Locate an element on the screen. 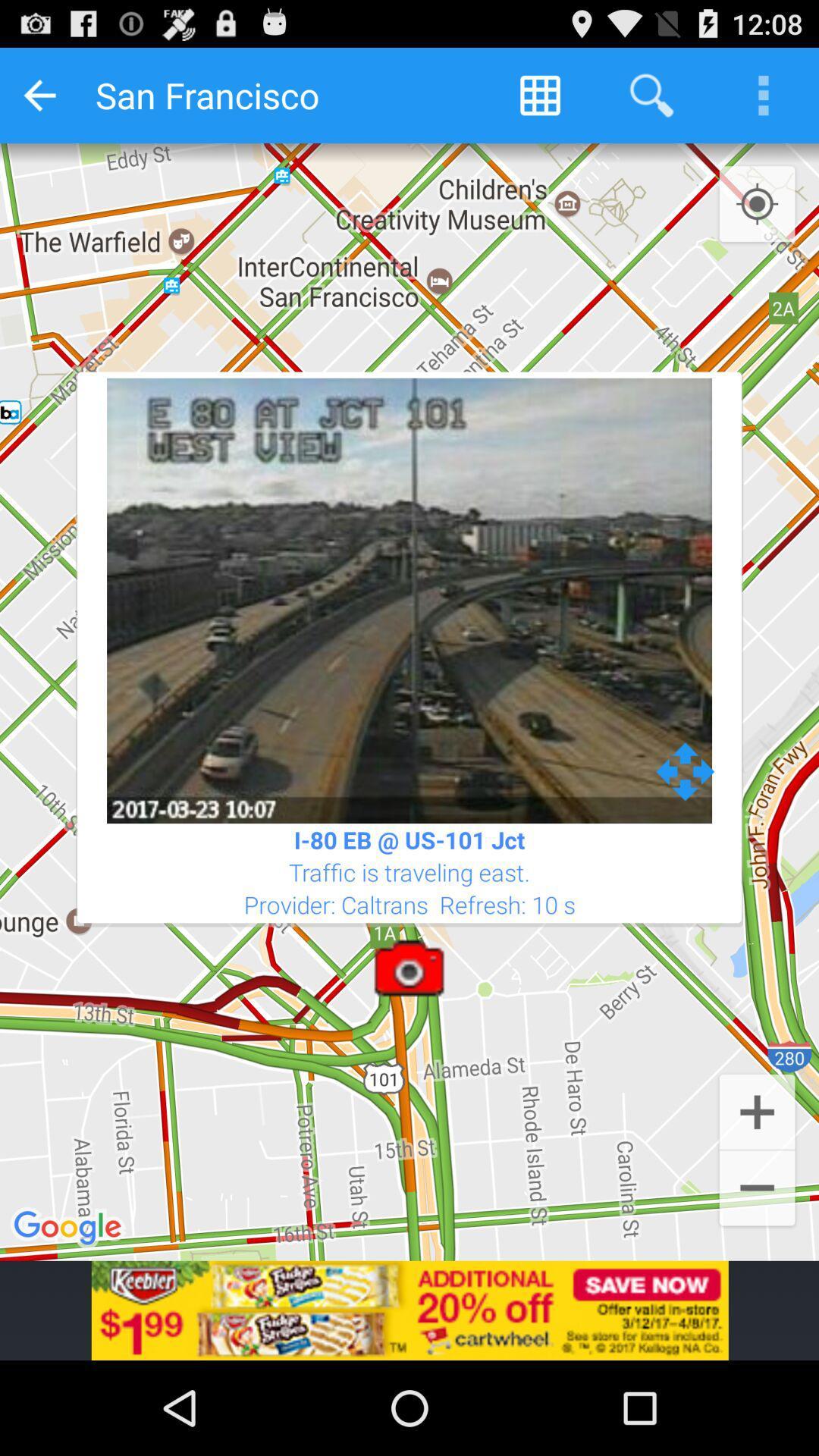  the add icon is located at coordinates (757, 1188).